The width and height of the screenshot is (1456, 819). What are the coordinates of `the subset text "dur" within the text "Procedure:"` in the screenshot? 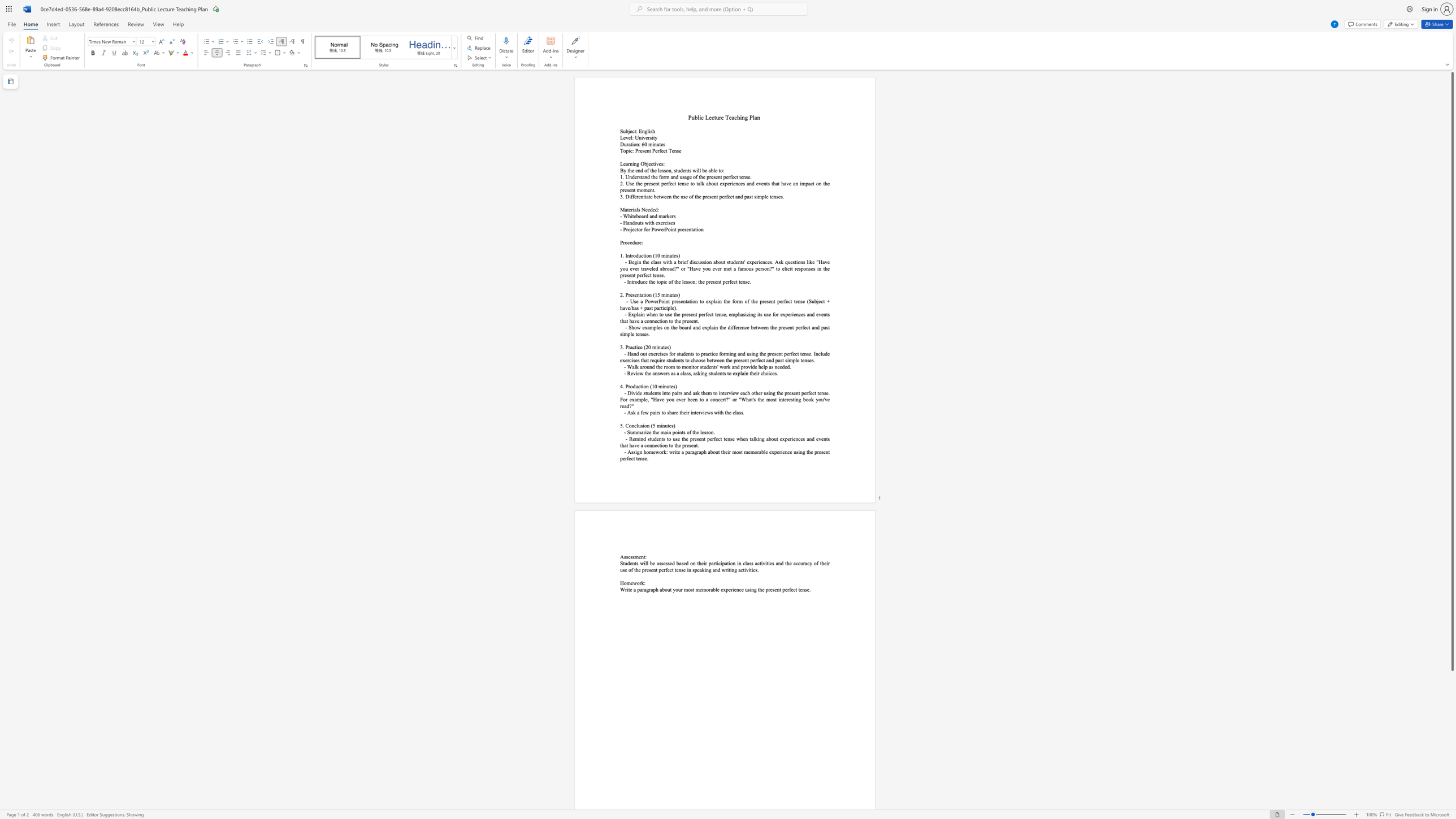 It's located at (632, 241).